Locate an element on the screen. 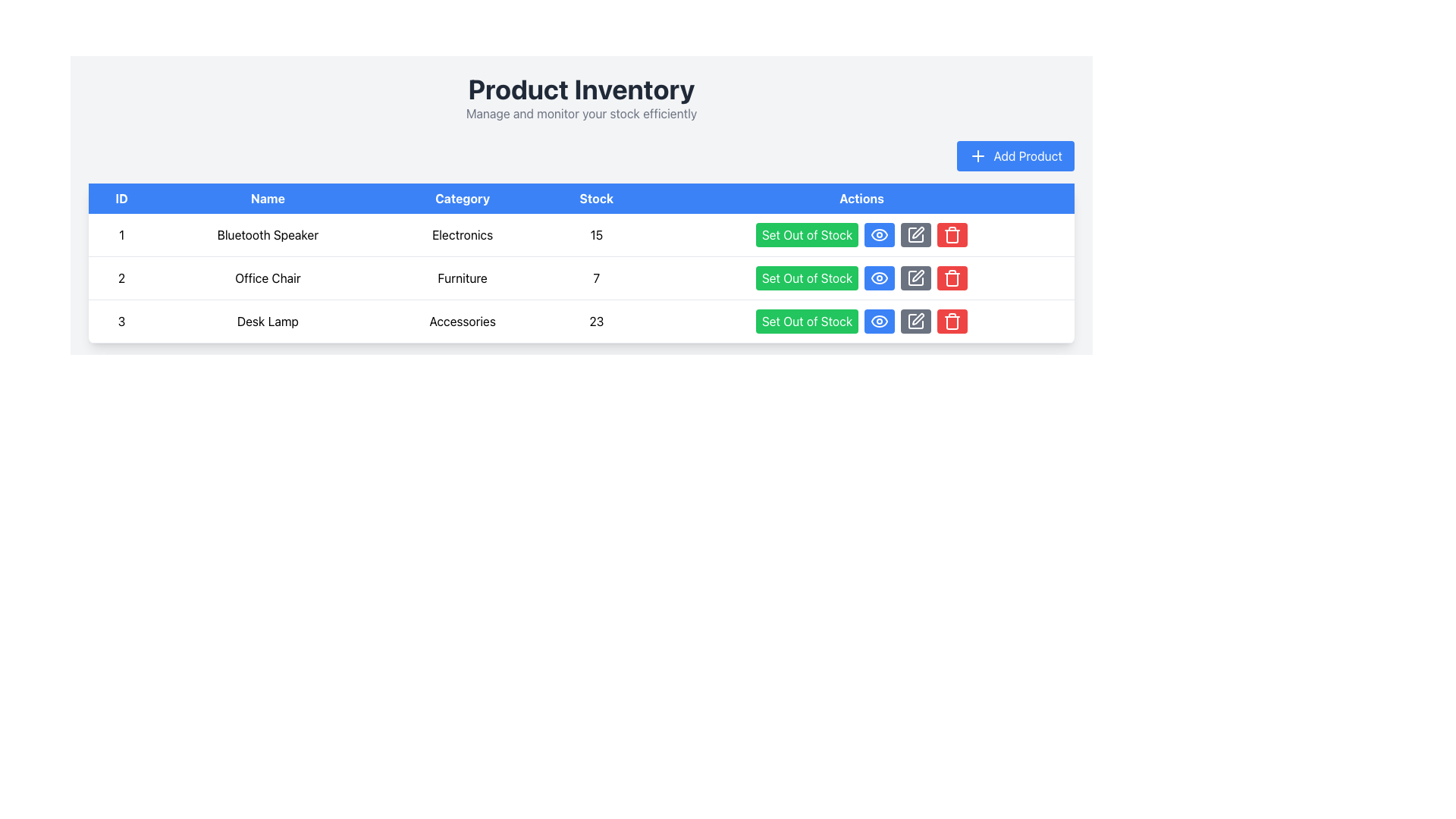 Image resolution: width=1456 pixels, height=819 pixels. the edit button with a dark gray background and white text, located in the 'Actions' column of the product table, third row is located at coordinates (915, 234).